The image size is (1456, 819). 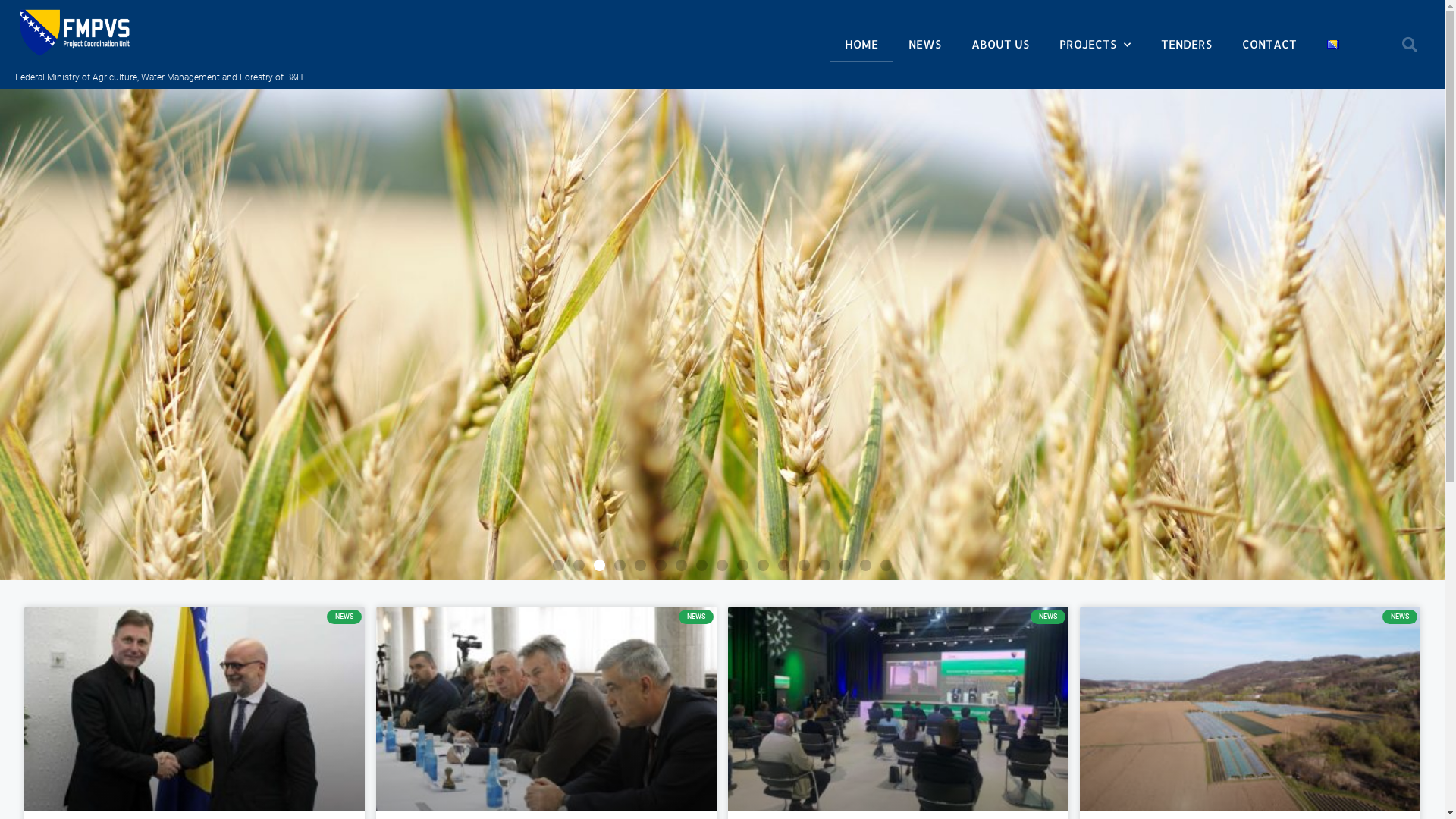 I want to click on 'ABOUT US', so click(x=955, y=43).